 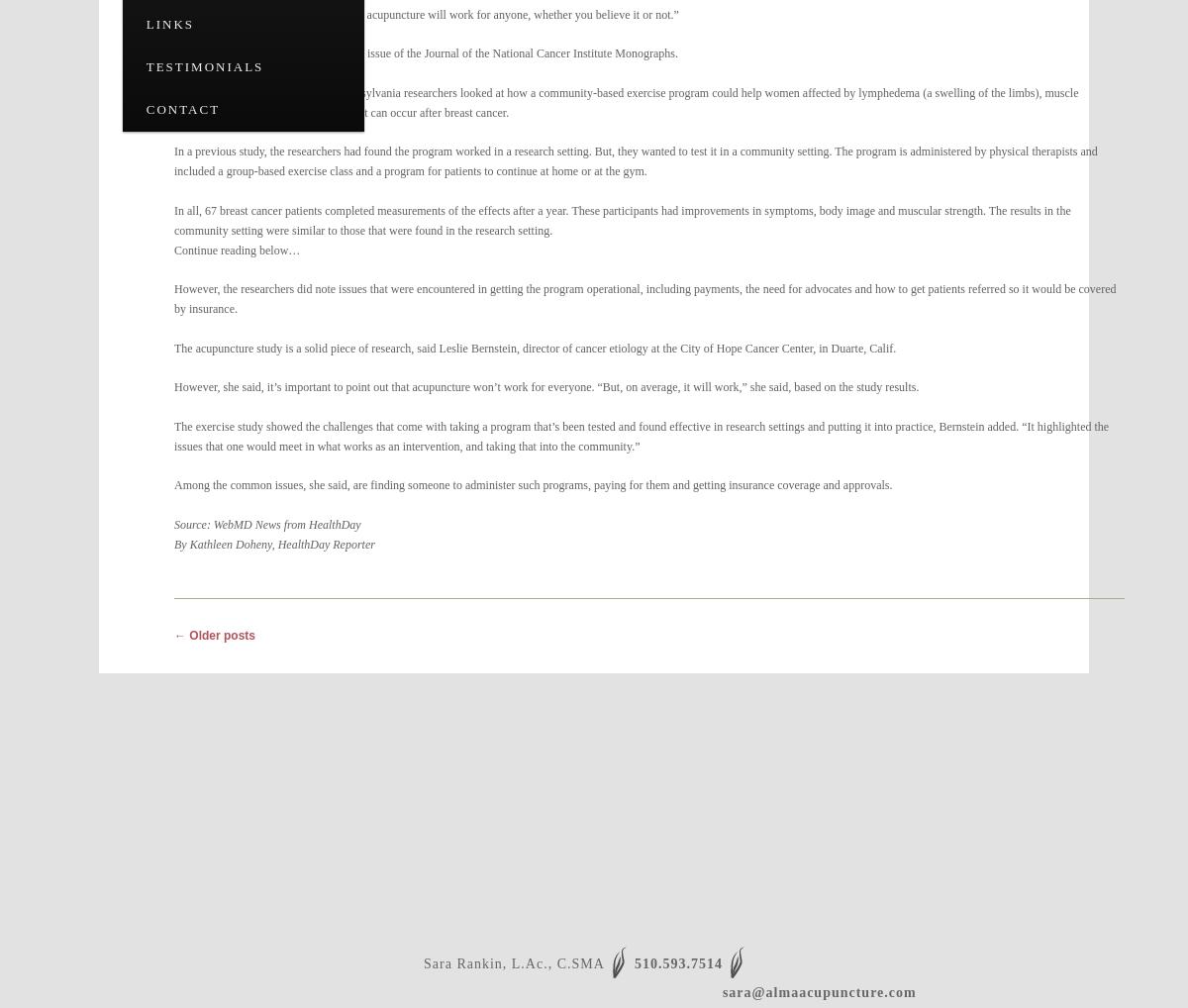 I want to click on 'Among the common issues, she said, are finding someone to administer such programs, paying for them and getting insurance coverage and approvals.', so click(x=532, y=484).